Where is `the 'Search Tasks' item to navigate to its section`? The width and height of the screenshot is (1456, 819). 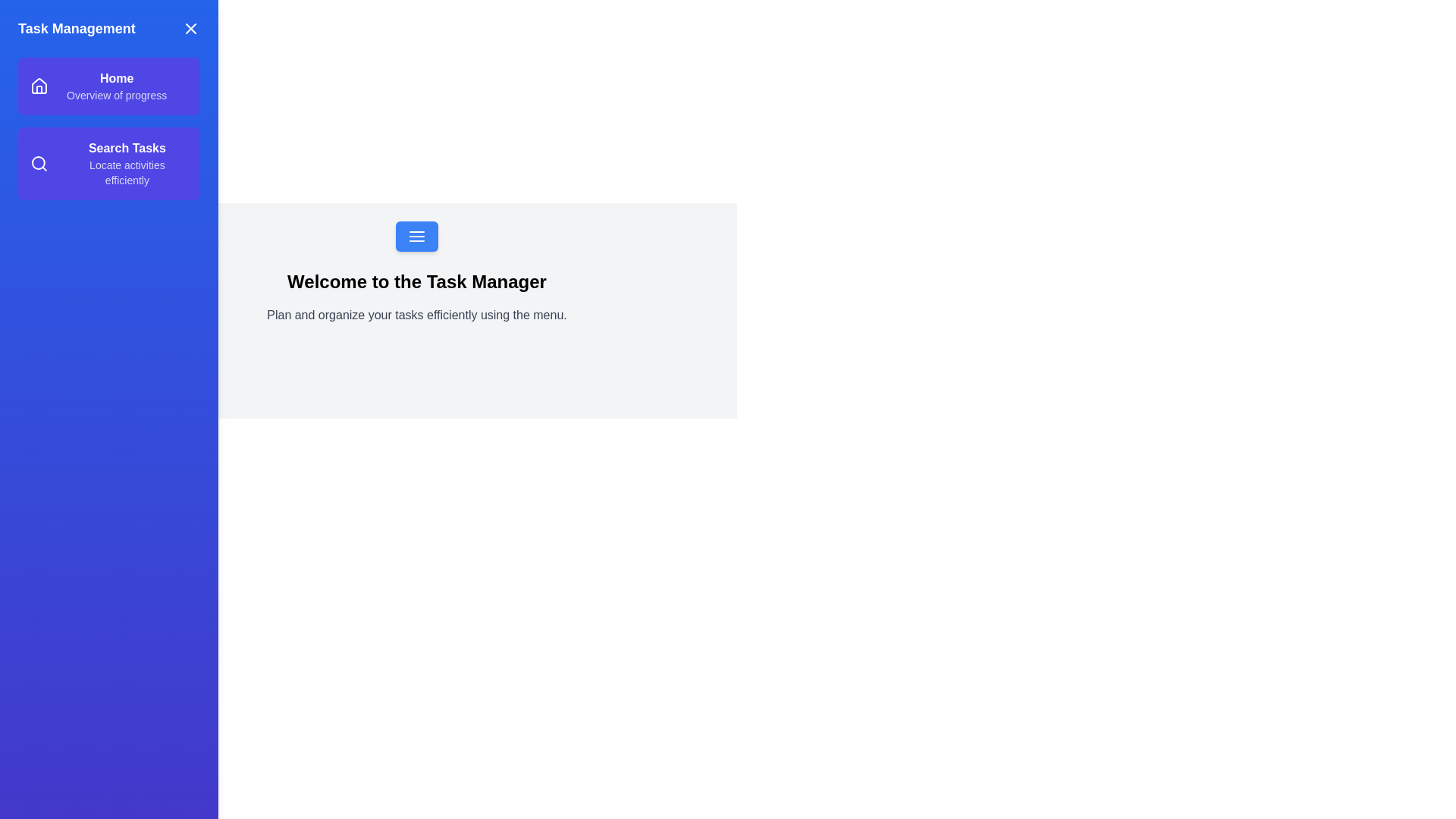 the 'Search Tasks' item to navigate to its section is located at coordinates (108, 164).